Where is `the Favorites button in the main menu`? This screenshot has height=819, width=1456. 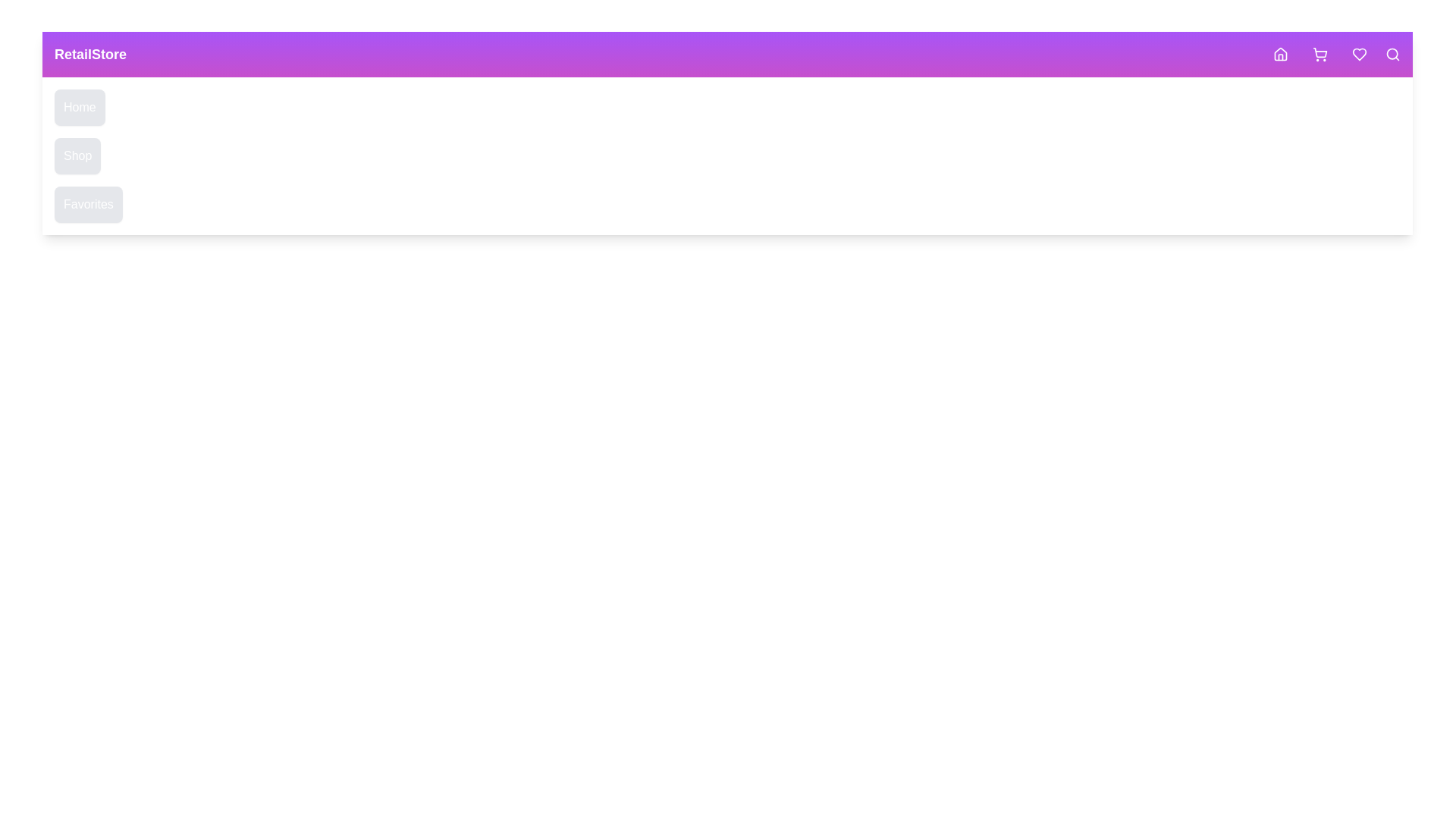
the Favorites button in the main menu is located at coordinates (87, 205).